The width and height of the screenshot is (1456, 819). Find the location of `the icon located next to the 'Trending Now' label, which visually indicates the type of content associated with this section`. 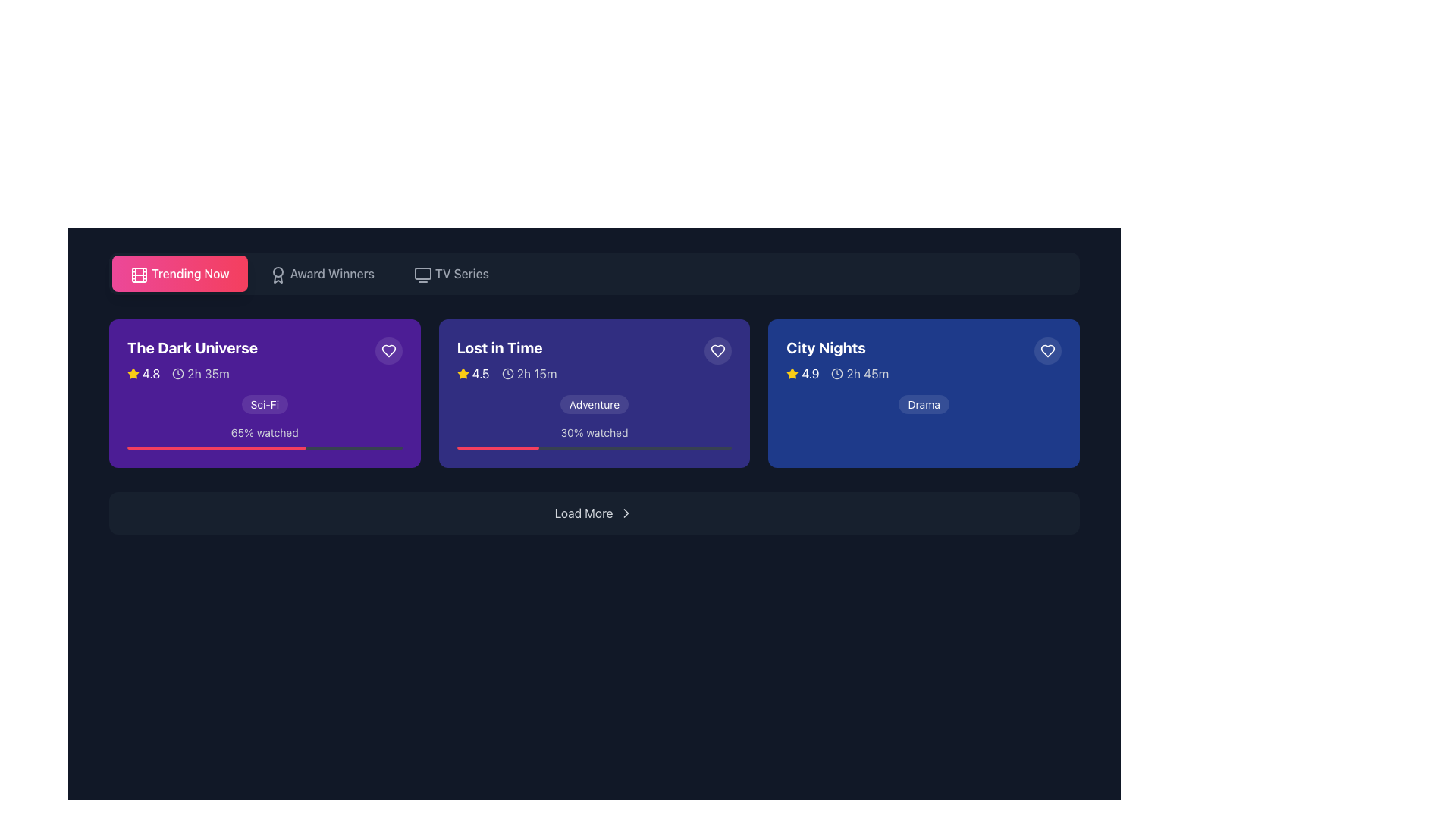

the icon located next to the 'Trending Now' label, which visually indicates the type of content associated with this section is located at coordinates (138, 274).